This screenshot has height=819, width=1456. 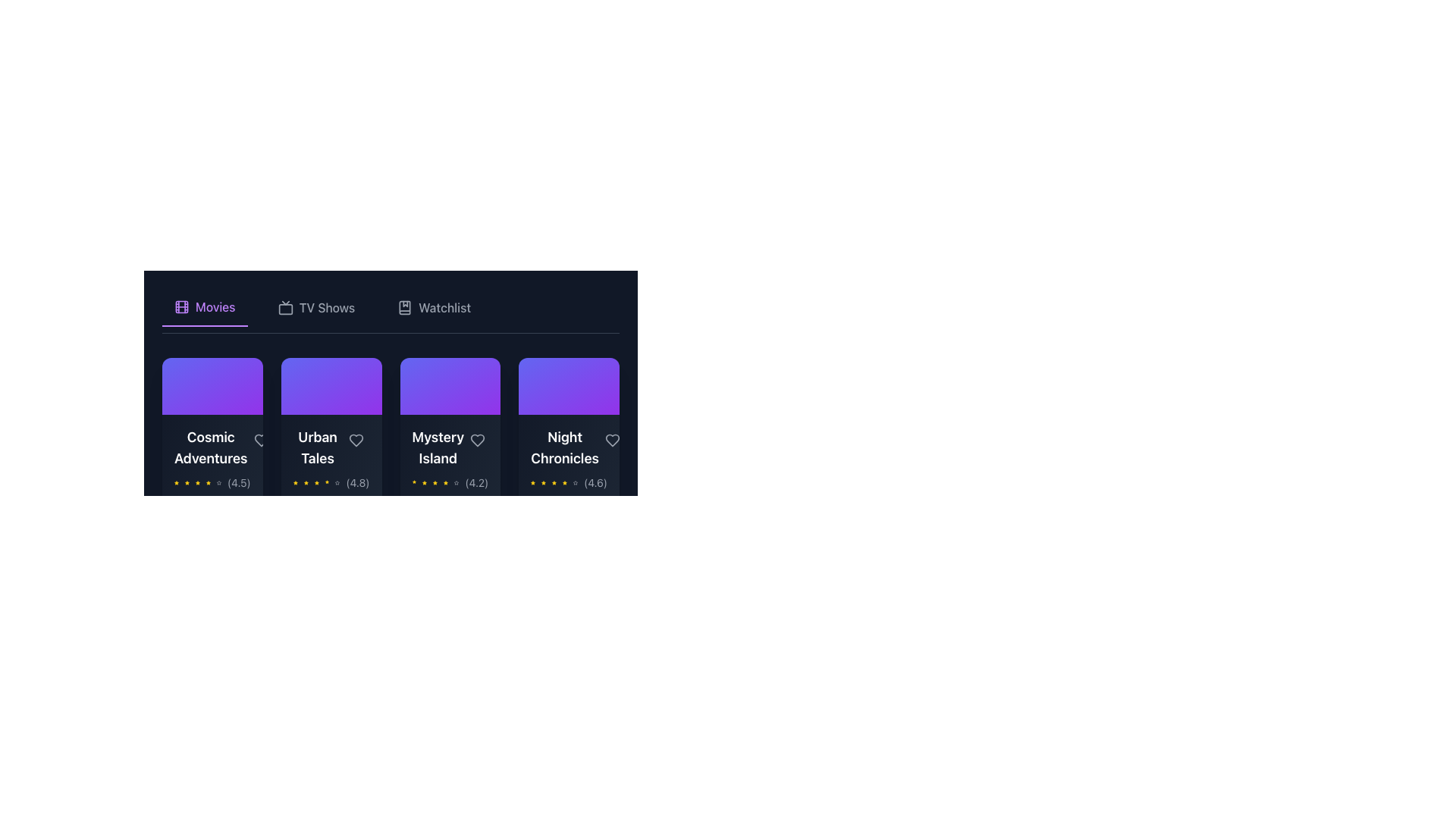 What do you see at coordinates (315, 482) in the screenshot?
I see `the star icon` at bounding box center [315, 482].